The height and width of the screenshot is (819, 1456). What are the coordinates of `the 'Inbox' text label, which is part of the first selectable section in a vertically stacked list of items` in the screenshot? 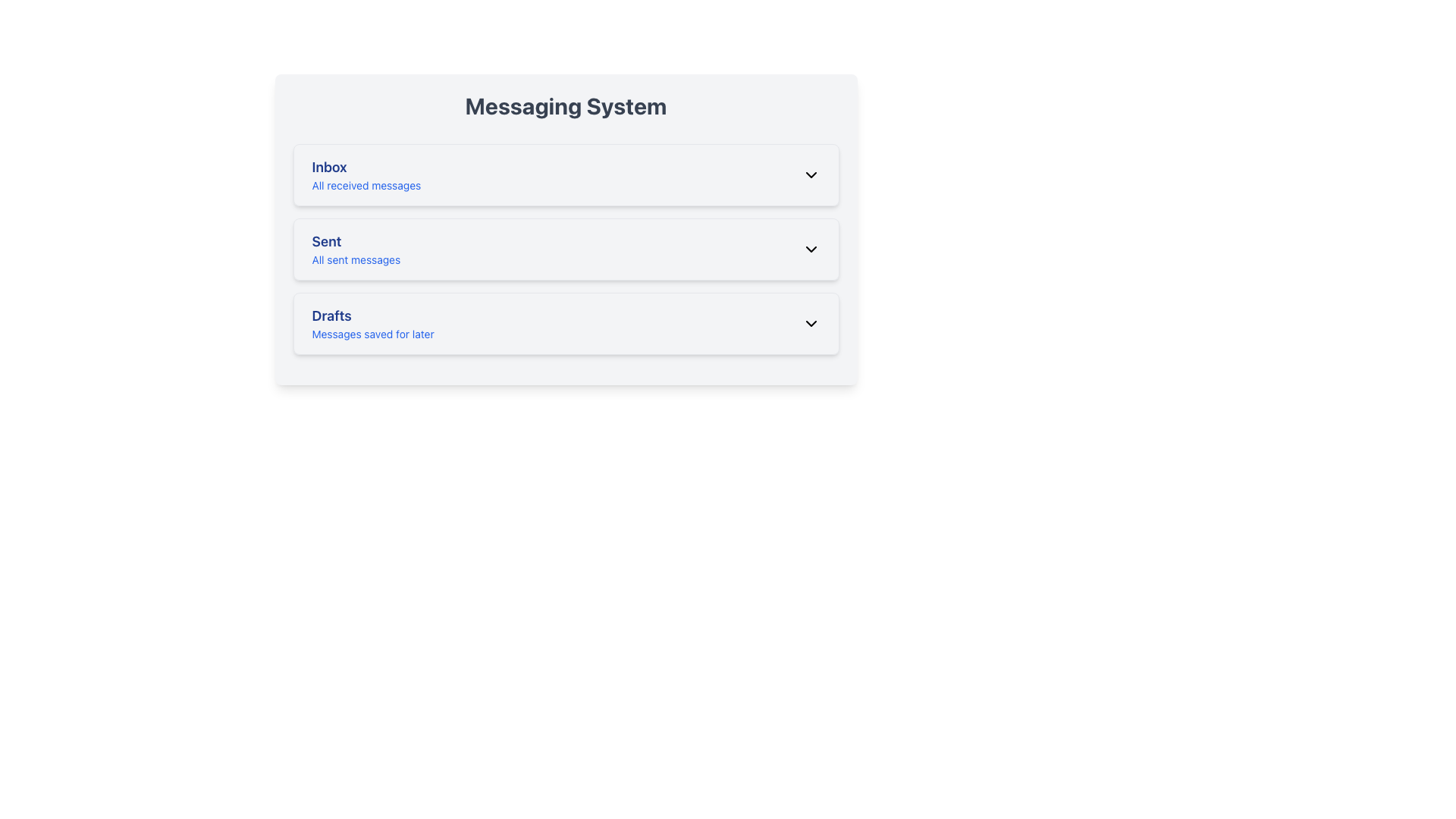 It's located at (366, 174).